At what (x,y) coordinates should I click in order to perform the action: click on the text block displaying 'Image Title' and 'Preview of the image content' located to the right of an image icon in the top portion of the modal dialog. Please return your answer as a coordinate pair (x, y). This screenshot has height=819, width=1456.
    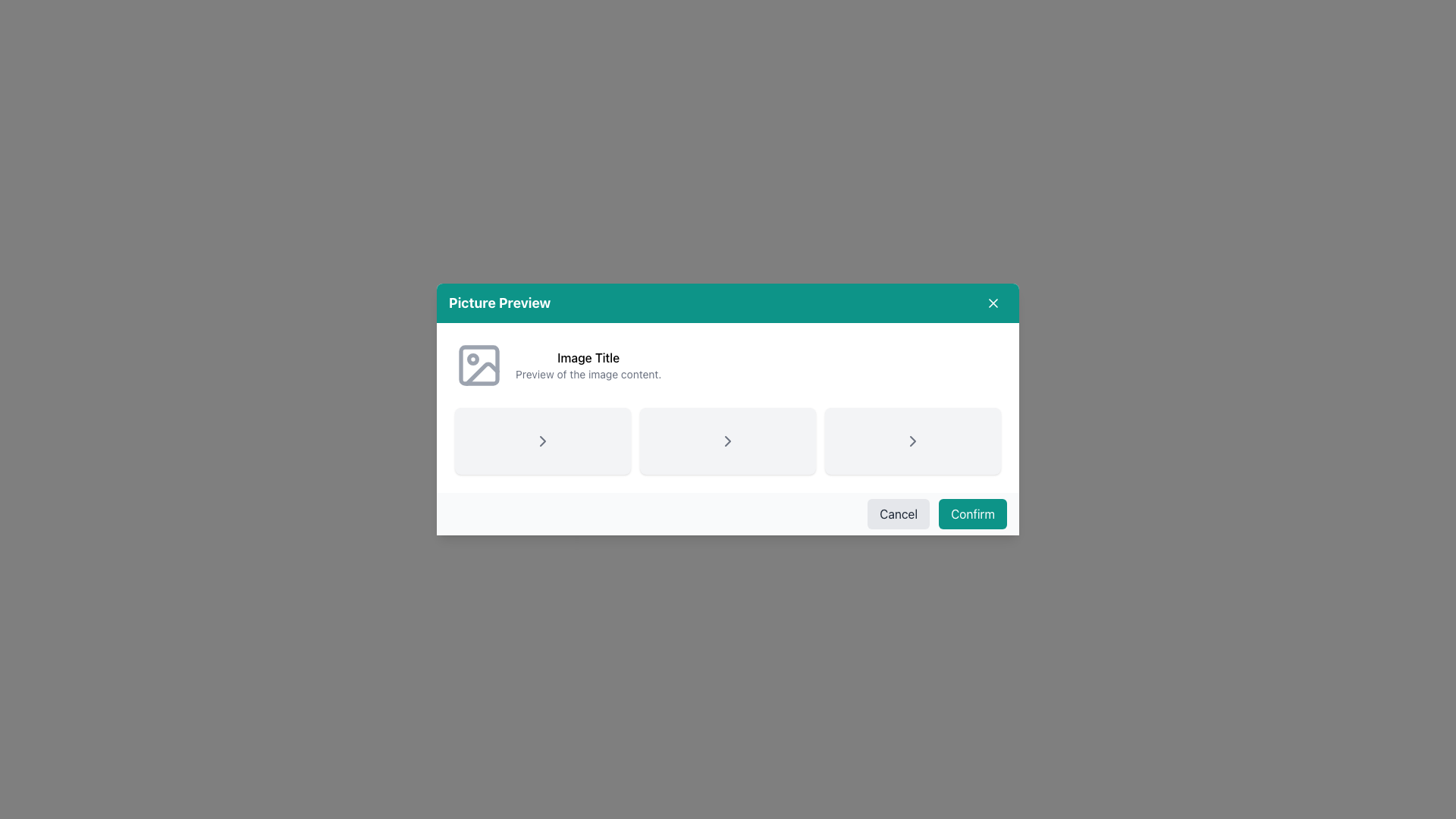
    Looking at the image, I should click on (588, 366).